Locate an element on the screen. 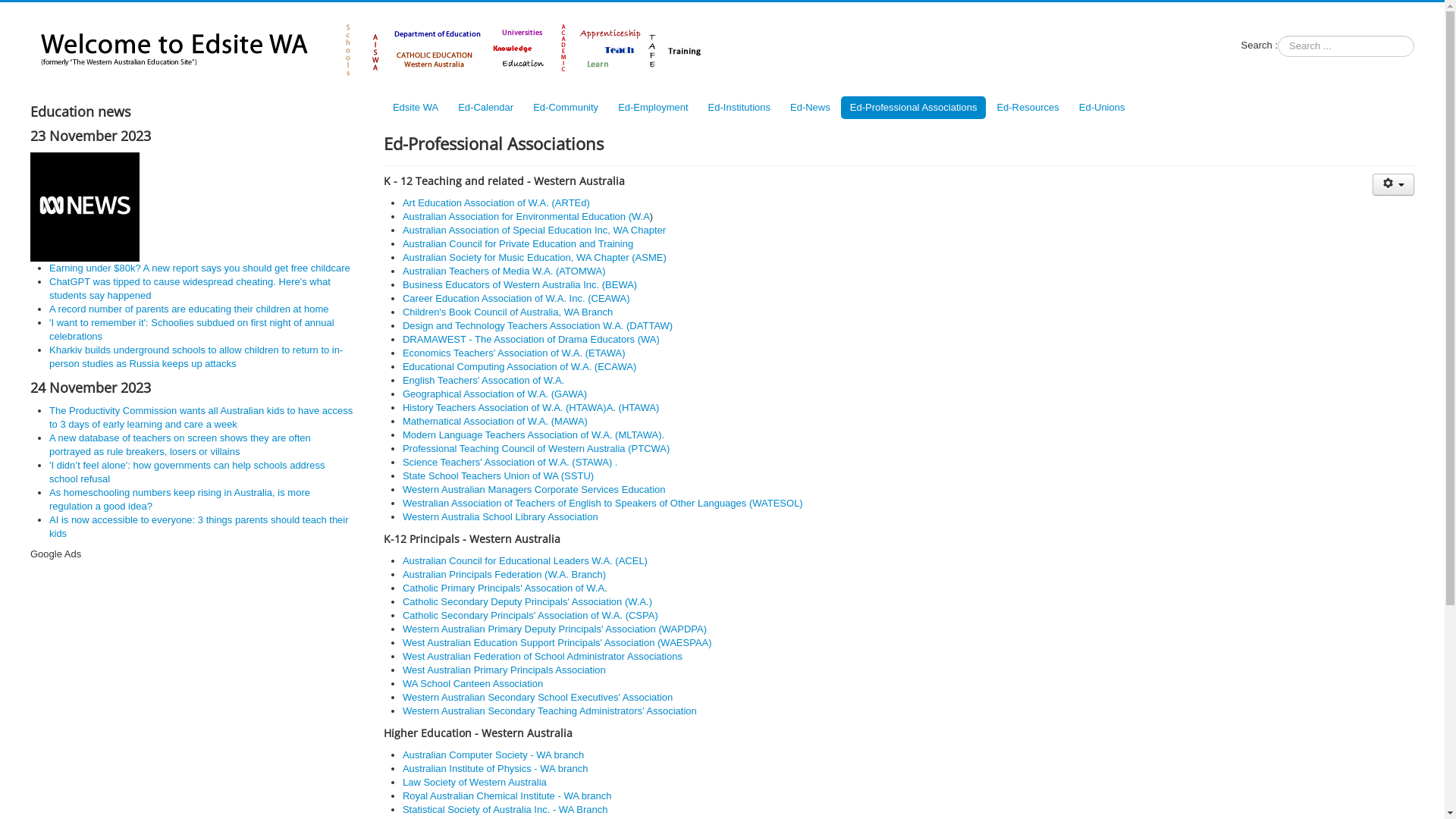 This screenshot has width=1456, height=819. 'Art Education Association of W.A. (ARTEd) ' is located at coordinates (497, 202).